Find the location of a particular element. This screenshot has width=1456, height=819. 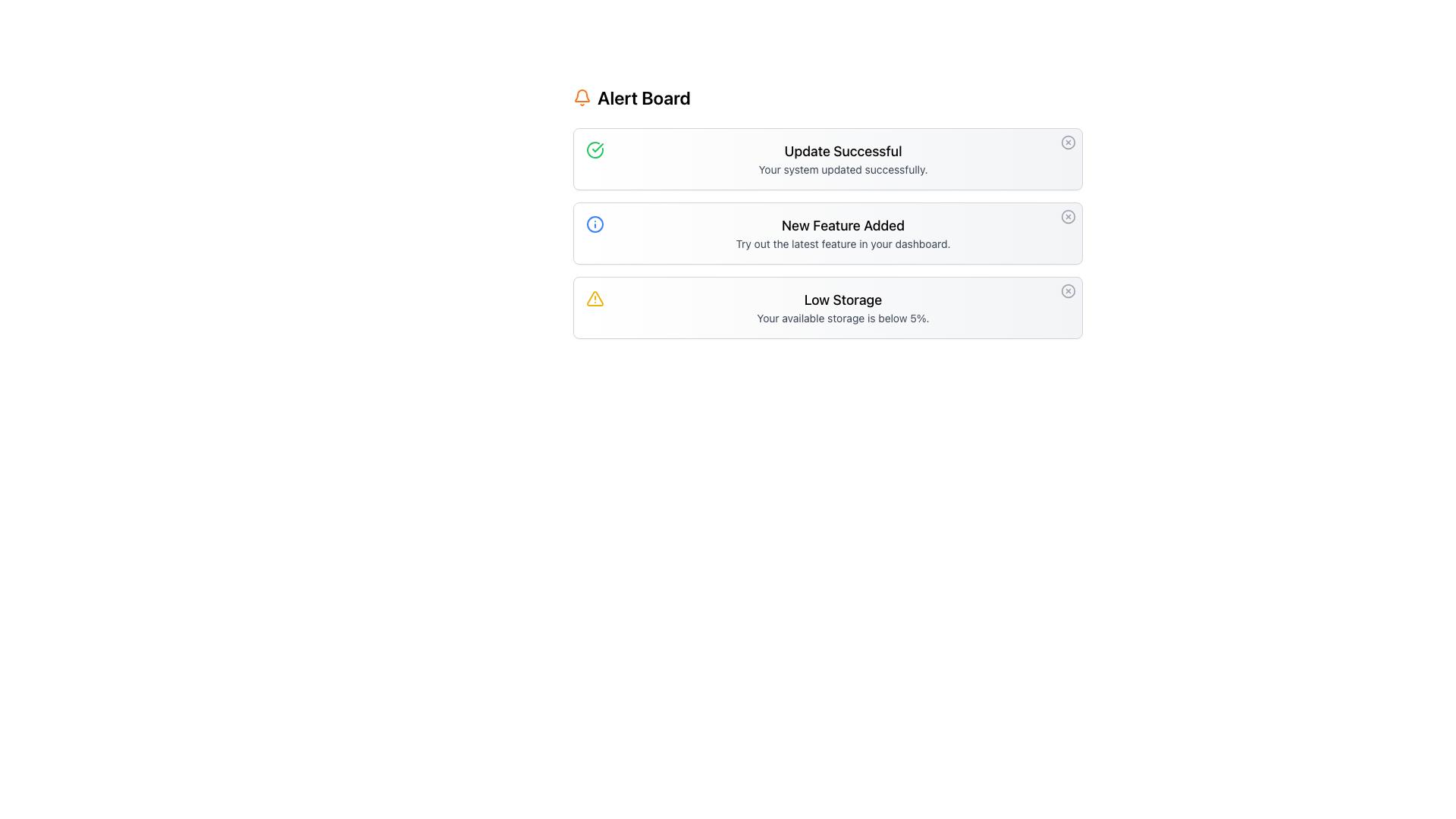

the success indication SVG icon located to the left of the 'Update Successful' notification in the Alert Board is located at coordinates (595, 149).